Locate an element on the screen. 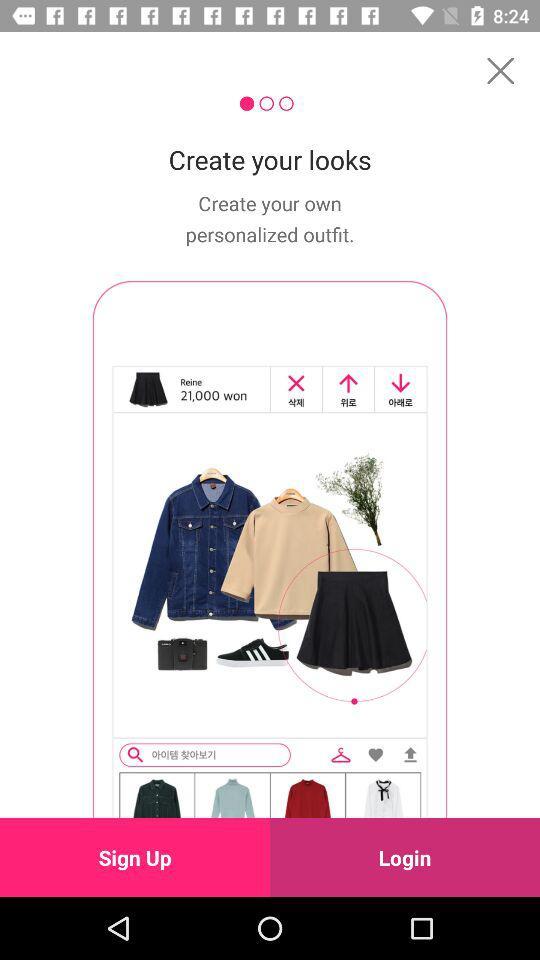  sign up icon is located at coordinates (135, 856).